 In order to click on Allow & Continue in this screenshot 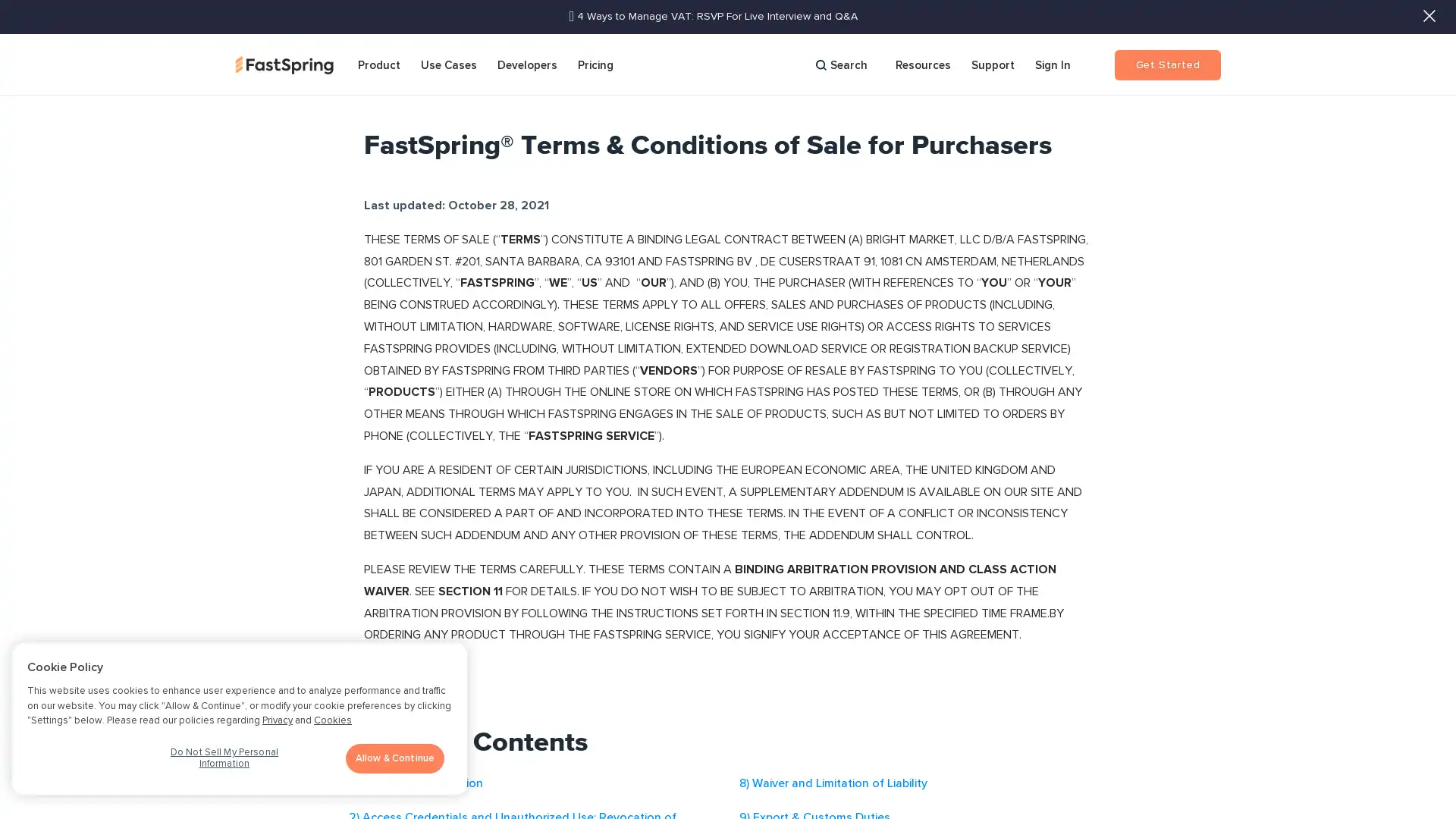, I will do `click(395, 758)`.